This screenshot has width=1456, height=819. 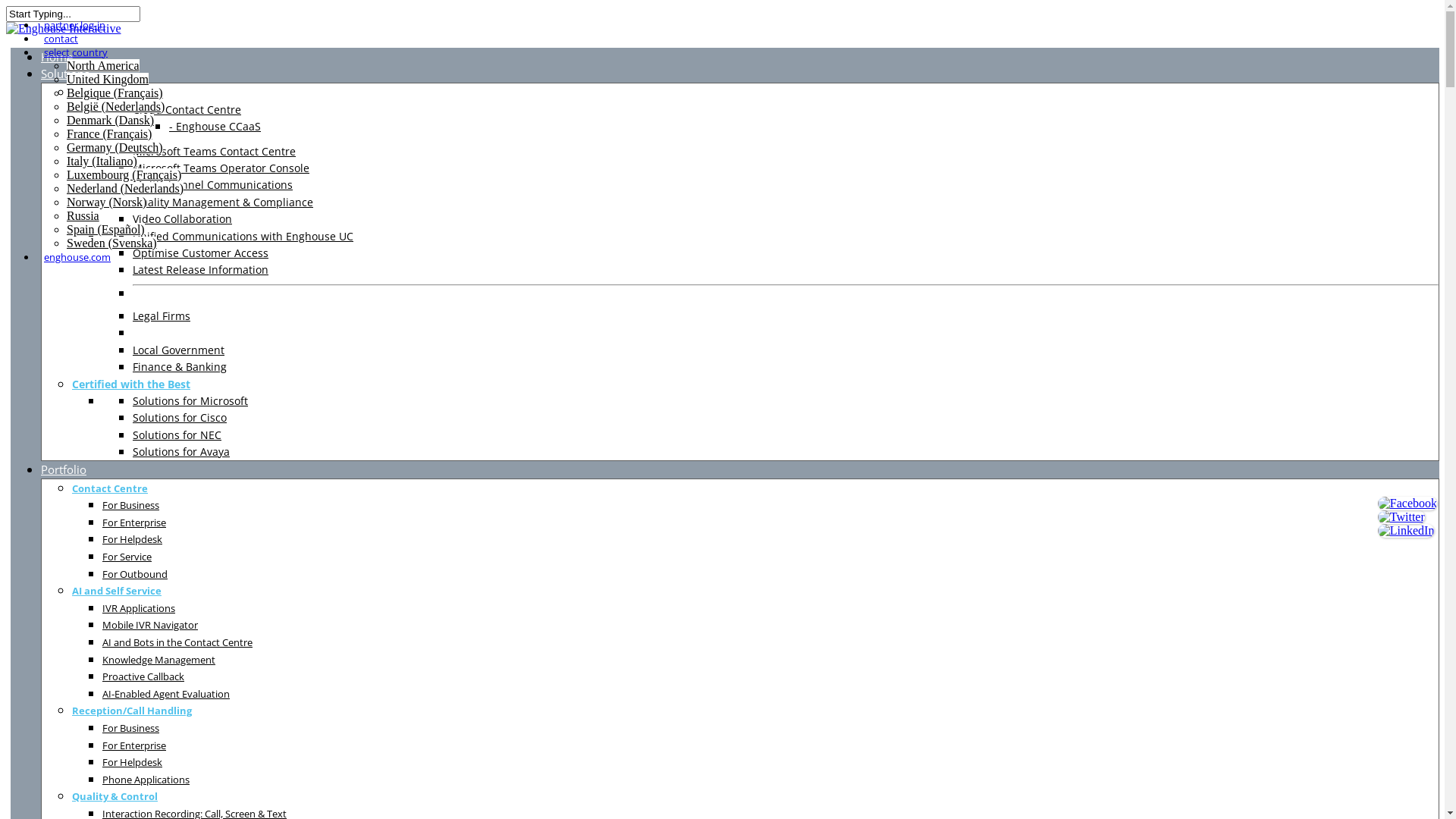 I want to click on 'Mobile IVR Navigator', so click(x=101, y=624).